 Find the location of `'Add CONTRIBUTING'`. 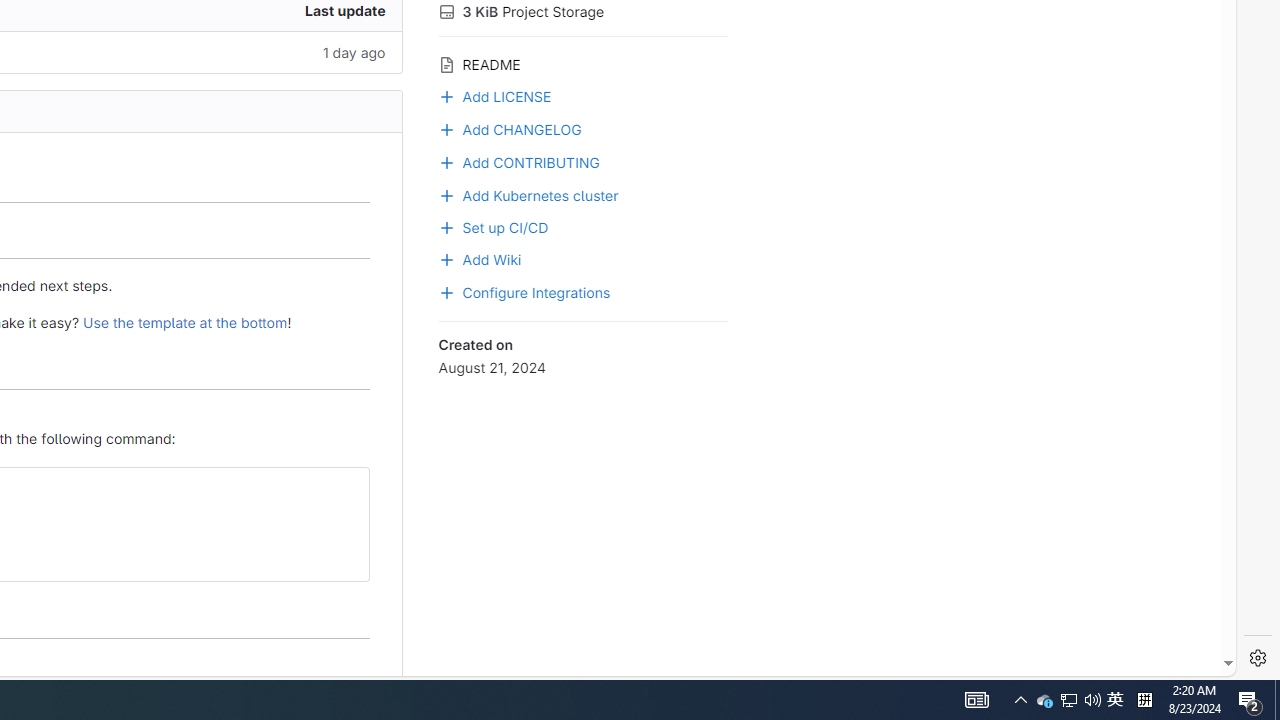

'Add CONTRIBUTING' is located at coordinates (519, 159).